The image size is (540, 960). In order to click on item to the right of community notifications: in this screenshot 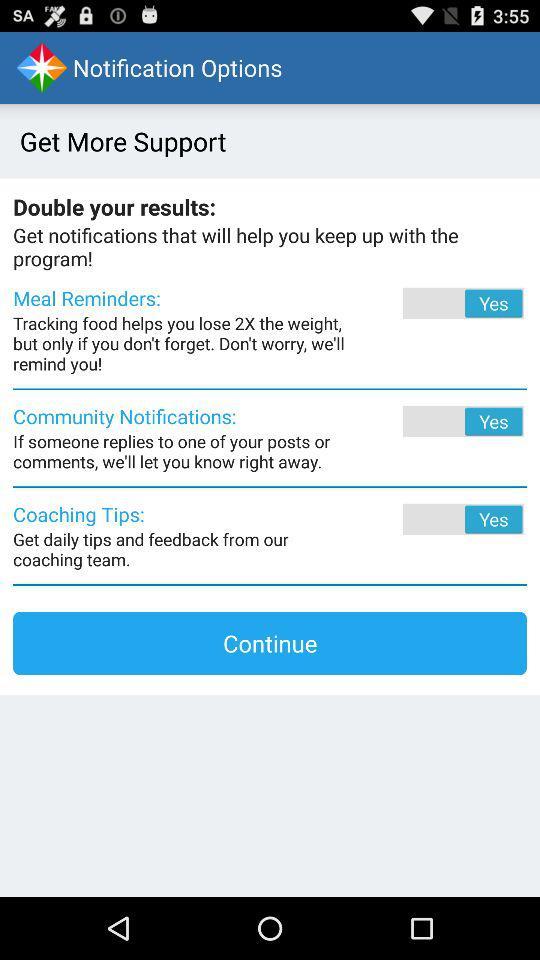, I will do `click(435, 421)`.